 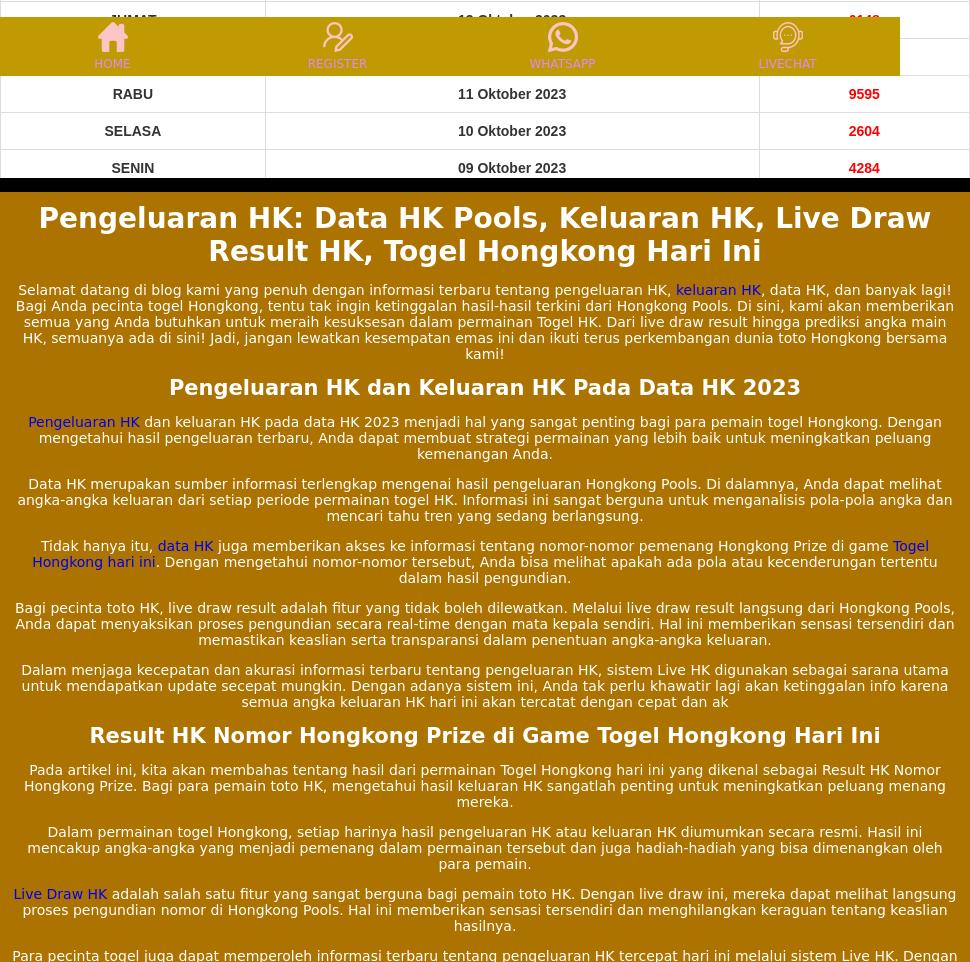 I want to click on 'Live Draw HK', so click(x=59, y=892).